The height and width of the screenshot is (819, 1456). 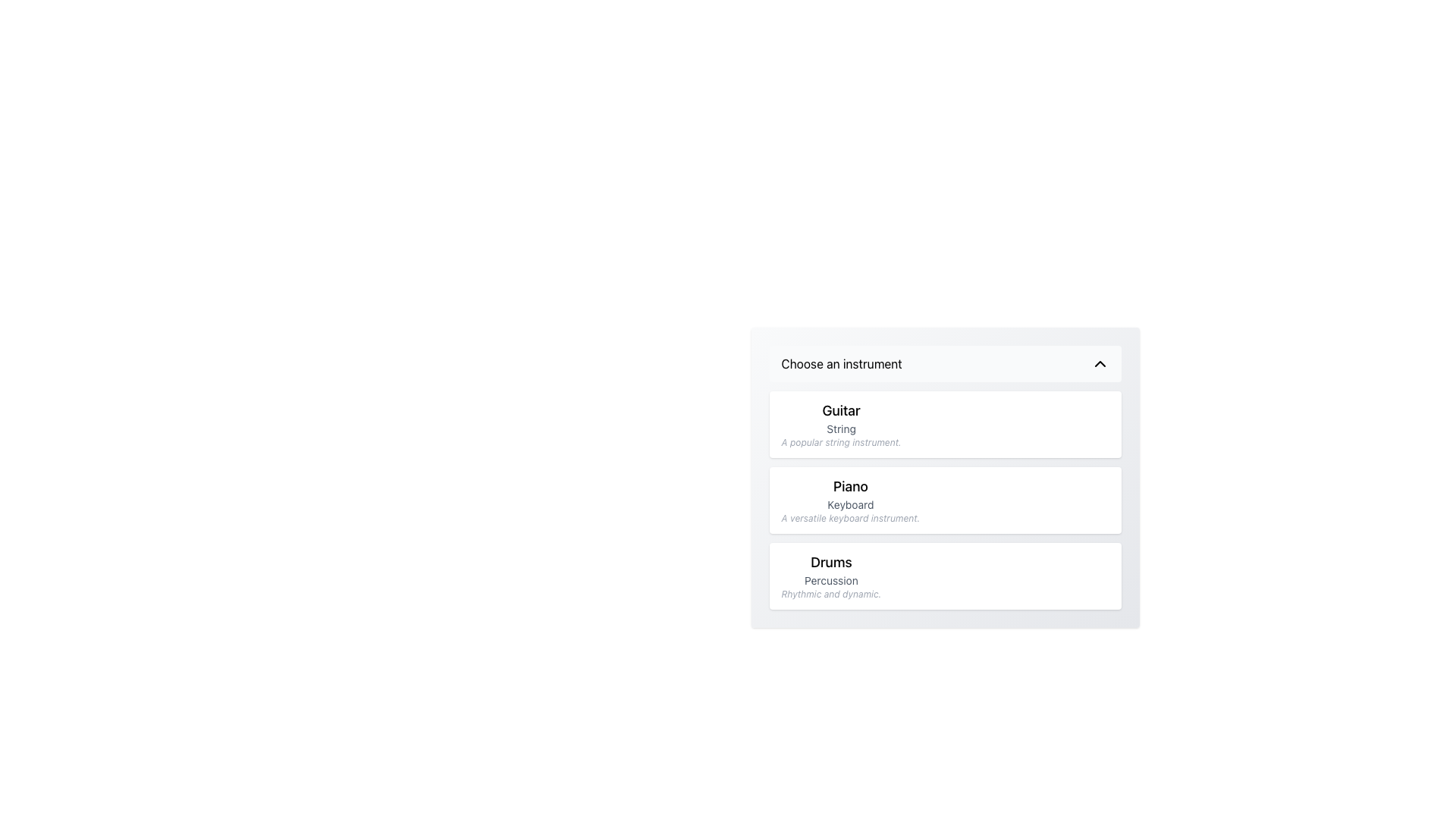 I want to click on the informational text label related to the title 'Piano', which is positioned below the title and above the italicized description, so click(x=850, y=505).